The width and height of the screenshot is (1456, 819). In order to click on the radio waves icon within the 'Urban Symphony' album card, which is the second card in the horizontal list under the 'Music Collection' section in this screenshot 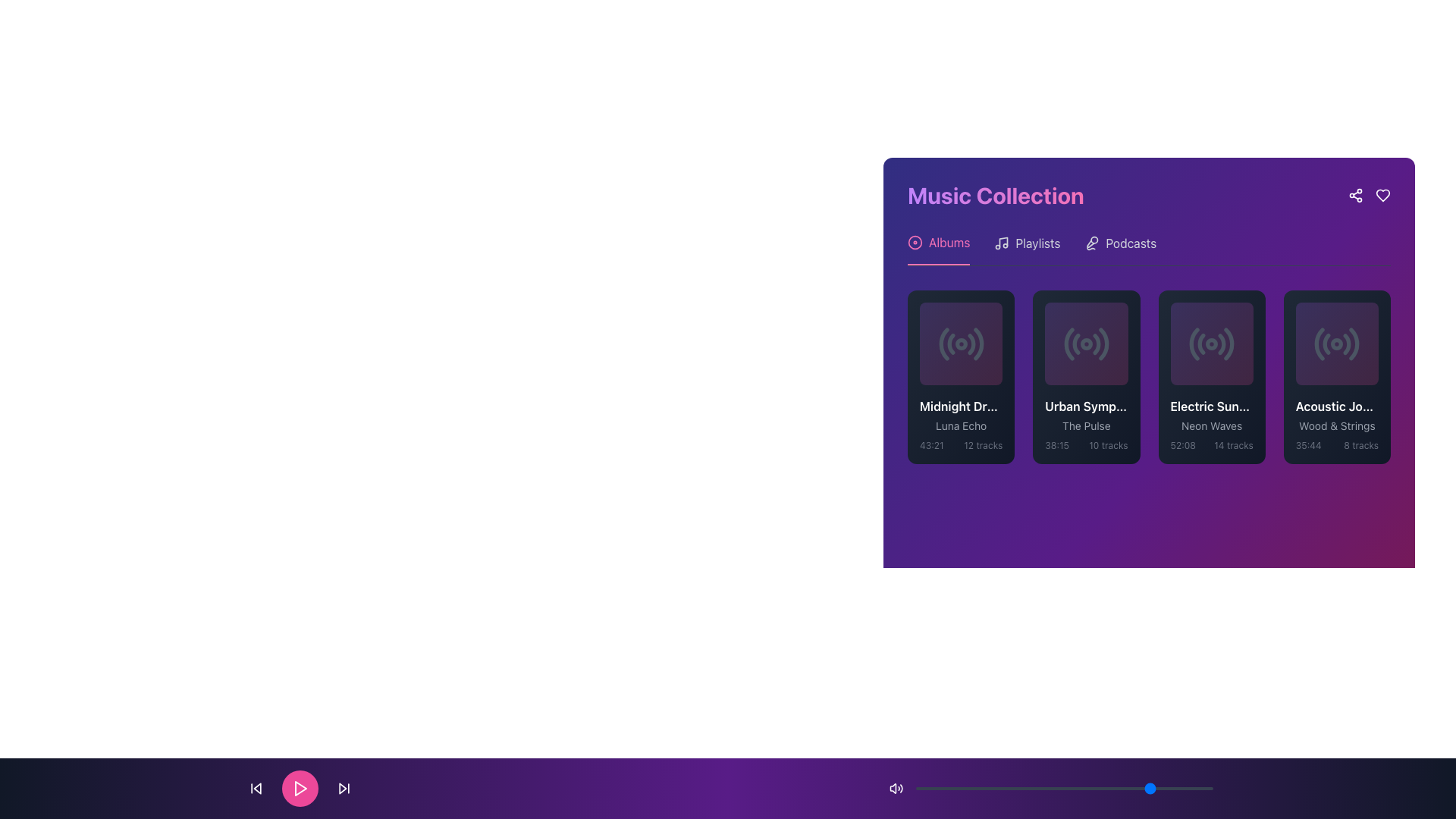, I will do `click(1085, 344)`.